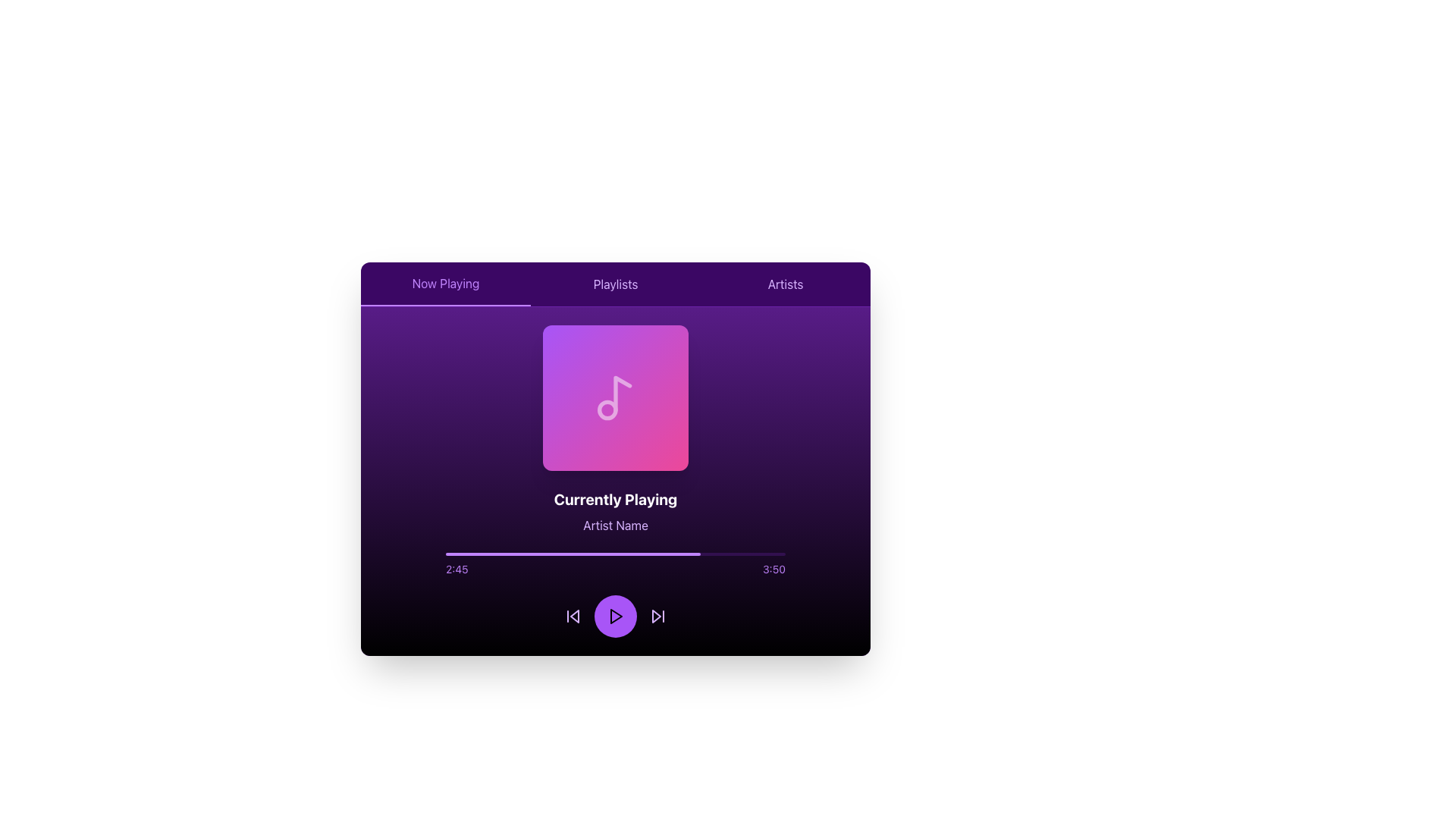 The image size is (1456, 819). I want to click on the pink circular shape within the SVG graphic of the musical note icon located at the bottom-left section of the music player interface, so click(607, 409).